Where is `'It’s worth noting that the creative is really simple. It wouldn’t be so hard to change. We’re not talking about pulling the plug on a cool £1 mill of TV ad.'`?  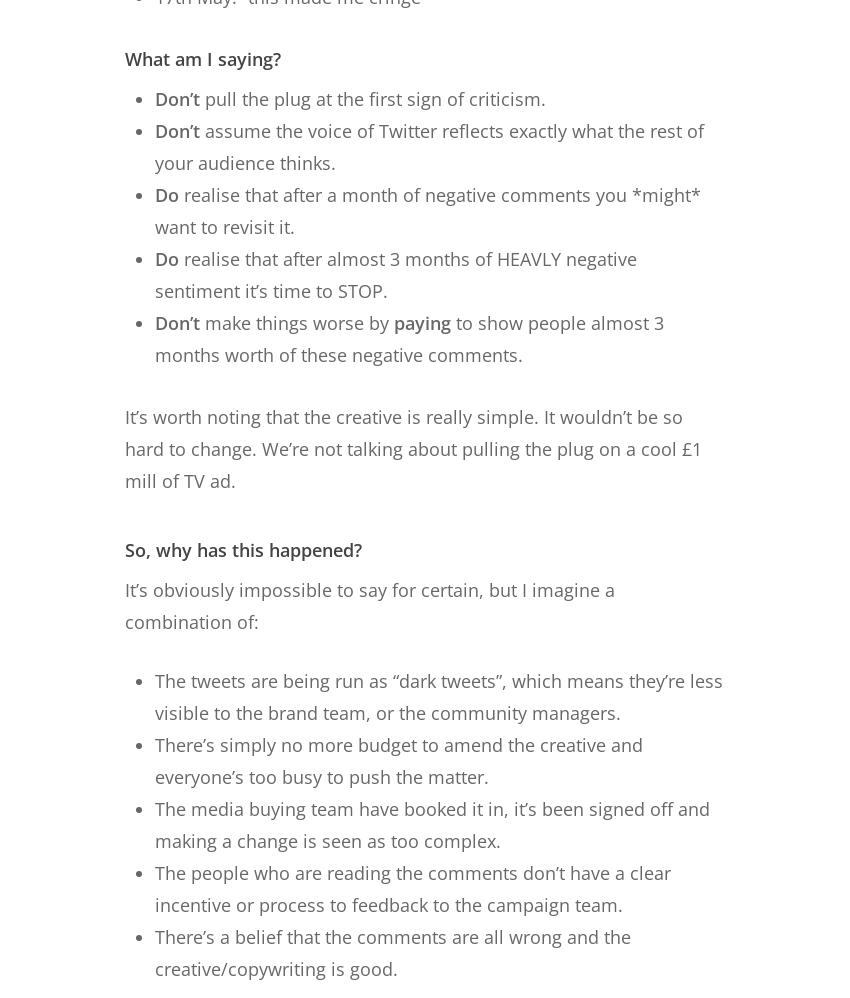
'It’s worth noting that the creative is really simple. It wouldn’t be so hard to change. We’re not talking about pulling the plug on a cool £1 mill of TV ad.' is located at coordinates (413, 448).